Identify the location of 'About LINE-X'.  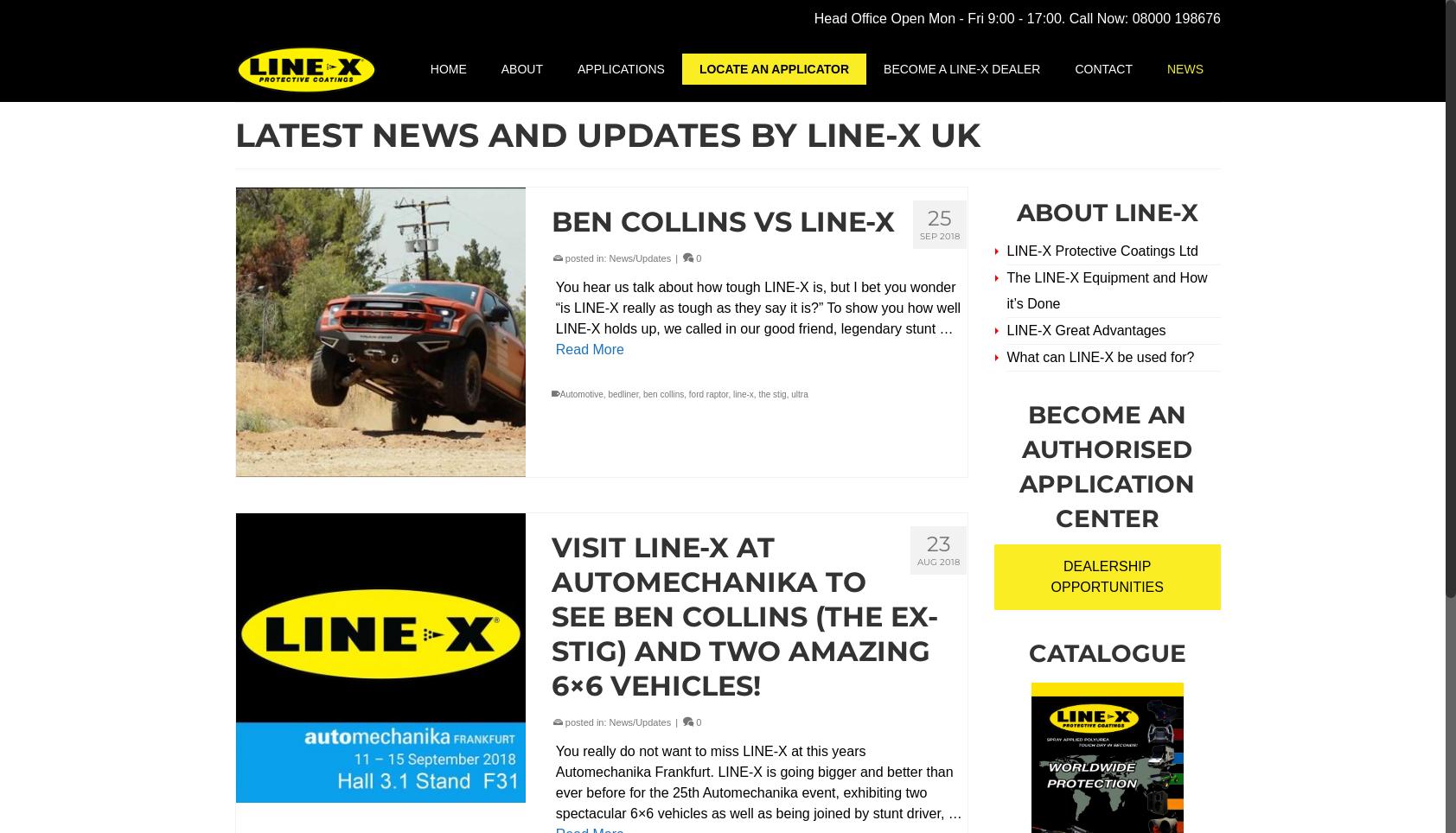
(1106, 212).